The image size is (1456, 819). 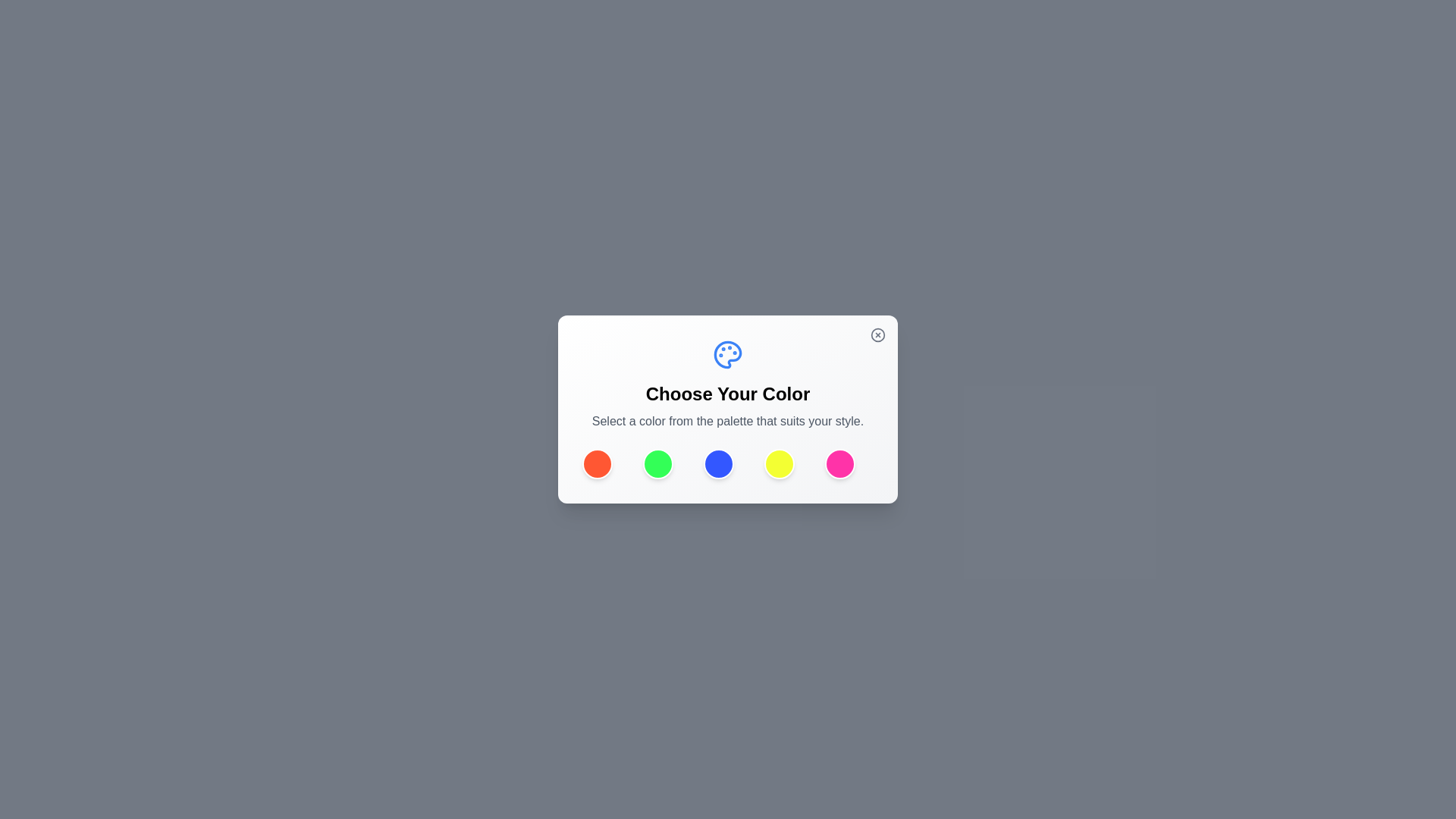 I want to click on the close button to close the dialog, so click(x=877, y=334).